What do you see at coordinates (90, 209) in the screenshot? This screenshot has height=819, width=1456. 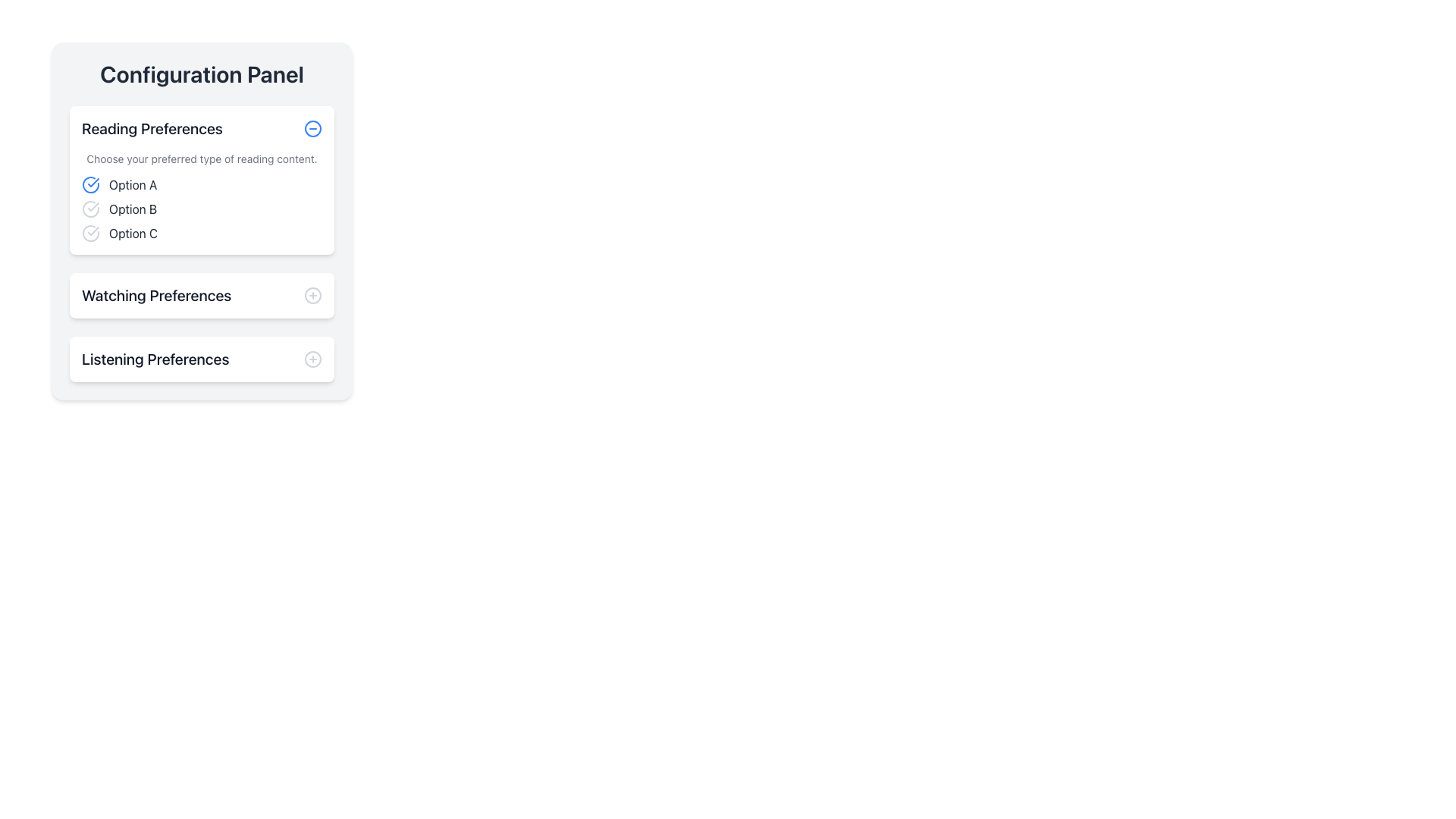 I see `the circular checkmark icon that indicates the selection status of 'Option B' in the 'Reading Preferences' section` at bounding box center [90, 209].